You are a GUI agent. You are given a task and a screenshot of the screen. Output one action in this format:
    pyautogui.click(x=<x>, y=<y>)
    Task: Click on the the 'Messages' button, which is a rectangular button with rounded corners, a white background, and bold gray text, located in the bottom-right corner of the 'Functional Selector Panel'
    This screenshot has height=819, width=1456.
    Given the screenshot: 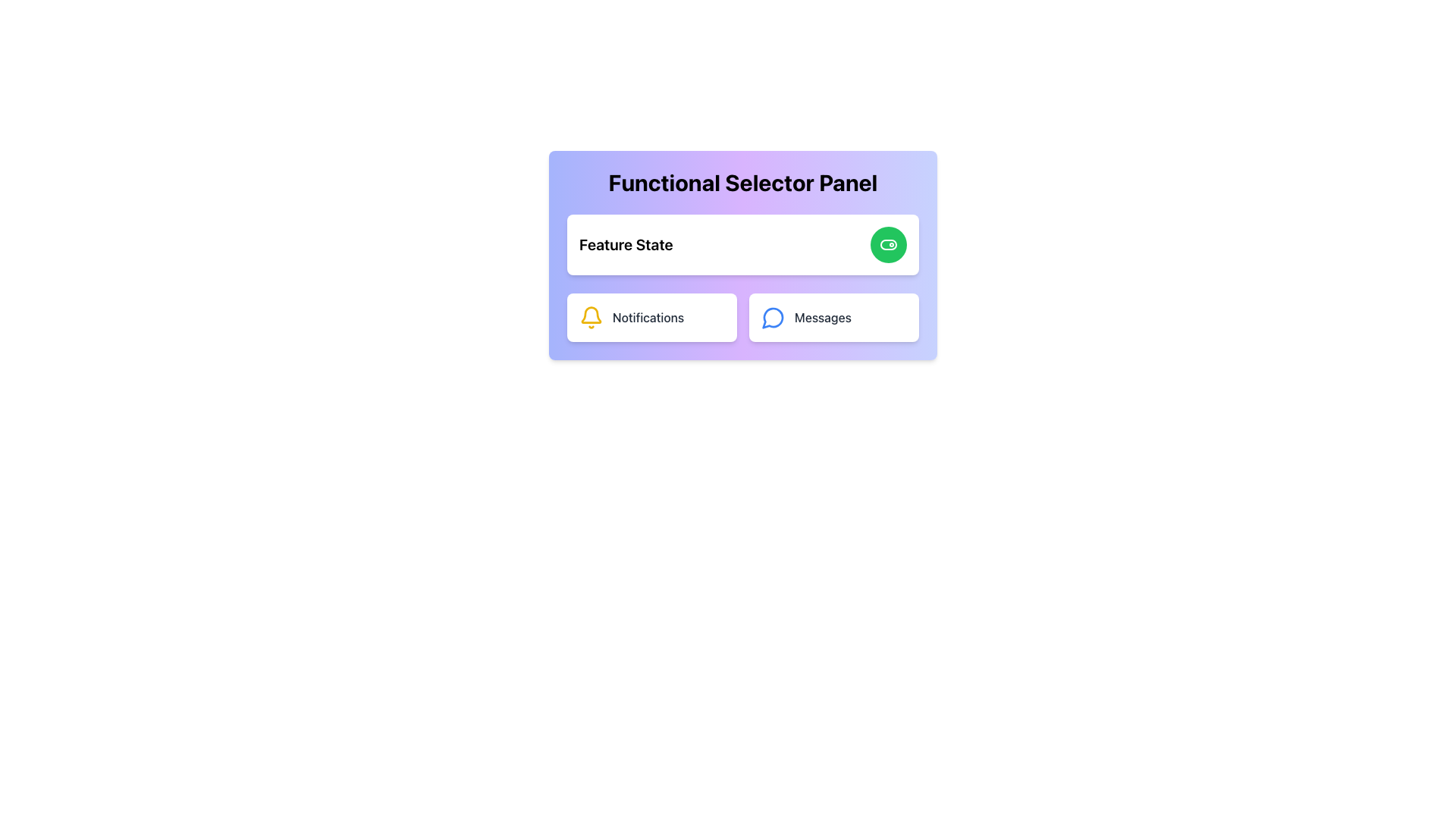 What is the action you would take?
    pyautogui.click(x=833, y=317)
    